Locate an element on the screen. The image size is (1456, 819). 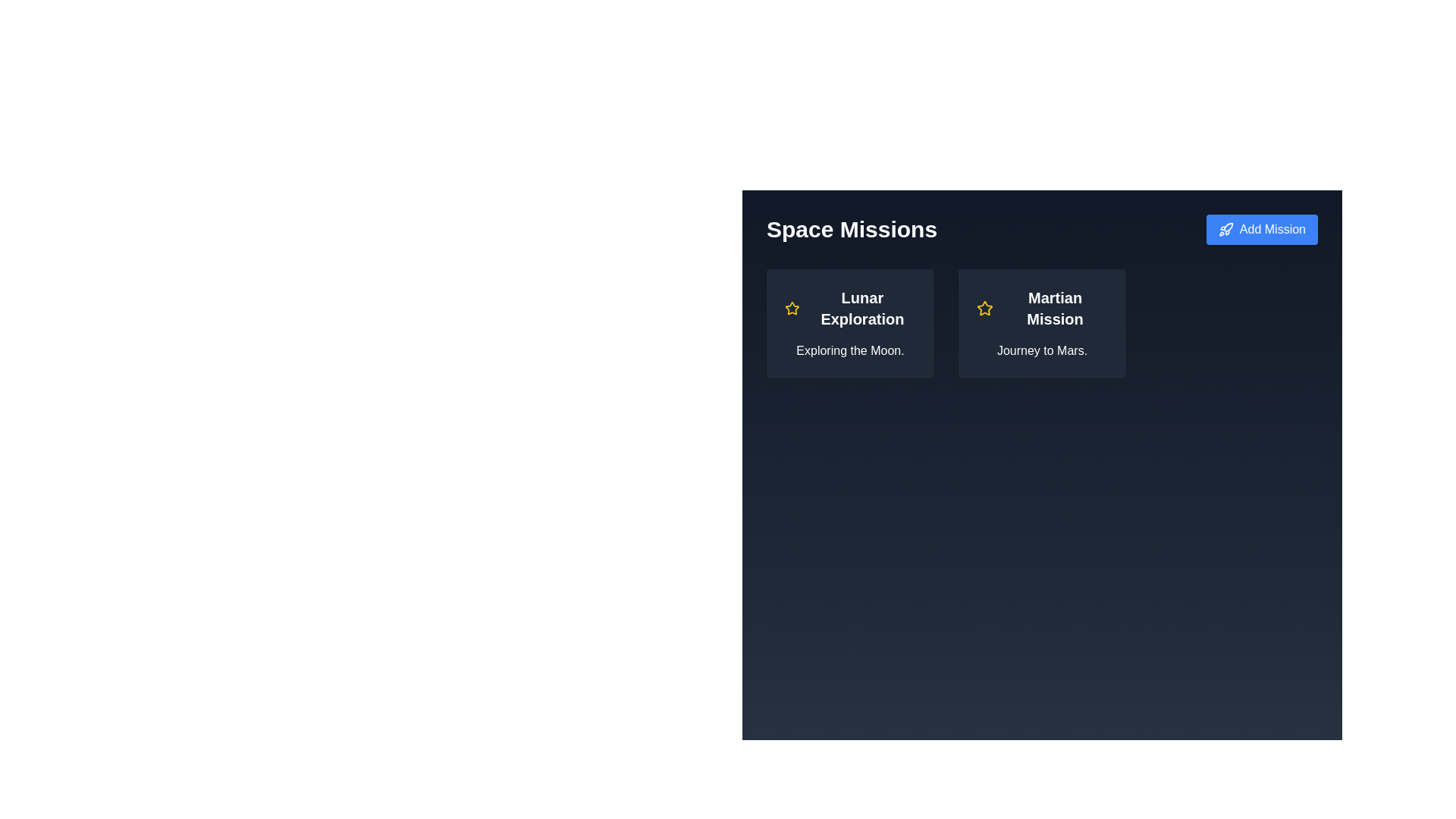
the rocket icon located in the top-right corner of the interface, which is part of the 'Add Mission' button is located at coordinates (1228, 227).